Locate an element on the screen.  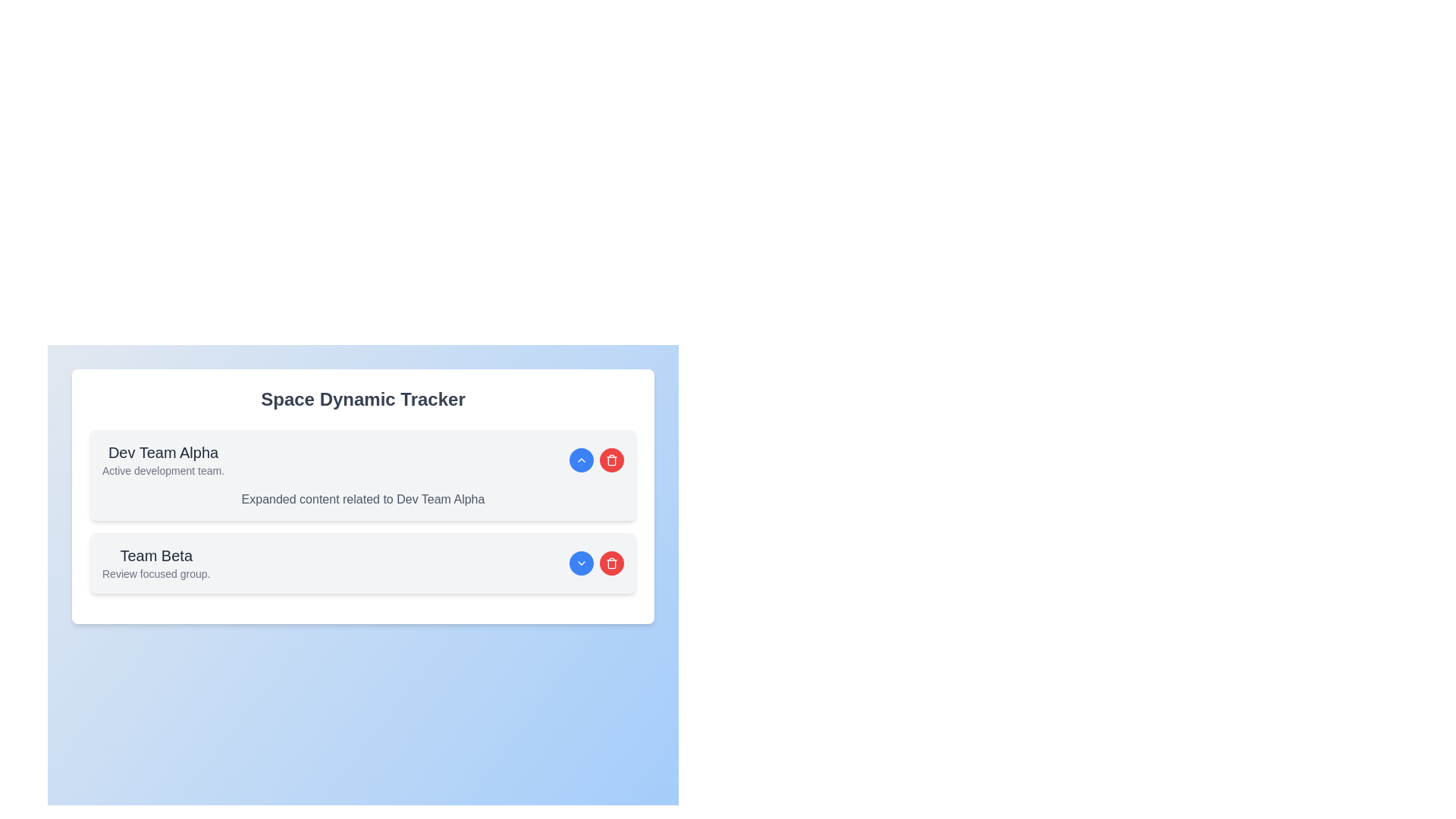
the Text block serving as the header for the 'Team Beta' section to use the title as a navigation anchor is located at coordinates (156, 563).